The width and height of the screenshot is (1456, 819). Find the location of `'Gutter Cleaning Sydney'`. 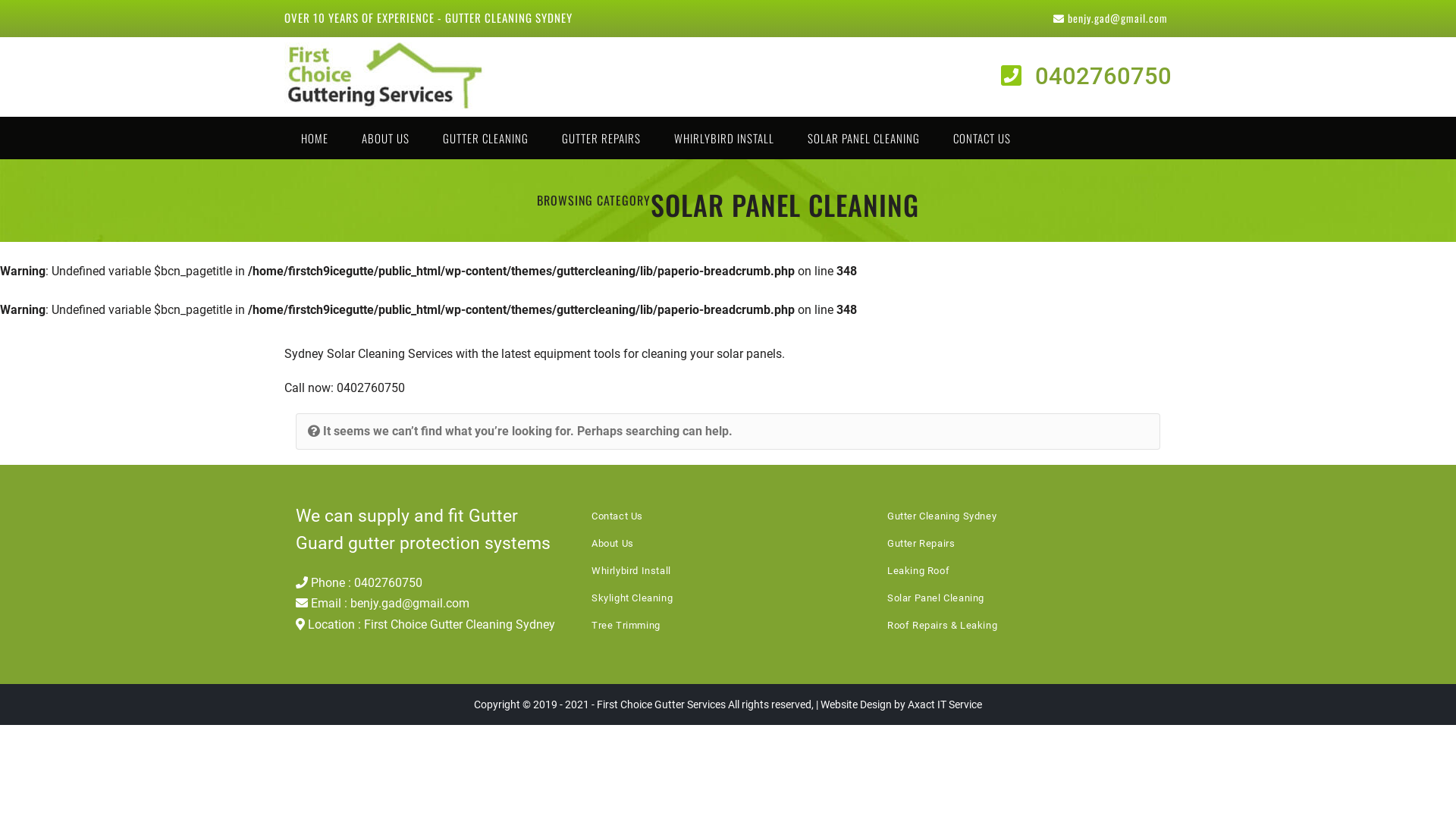

'Gutter Cleaning Sydney' is located at coordinates (941, 515).